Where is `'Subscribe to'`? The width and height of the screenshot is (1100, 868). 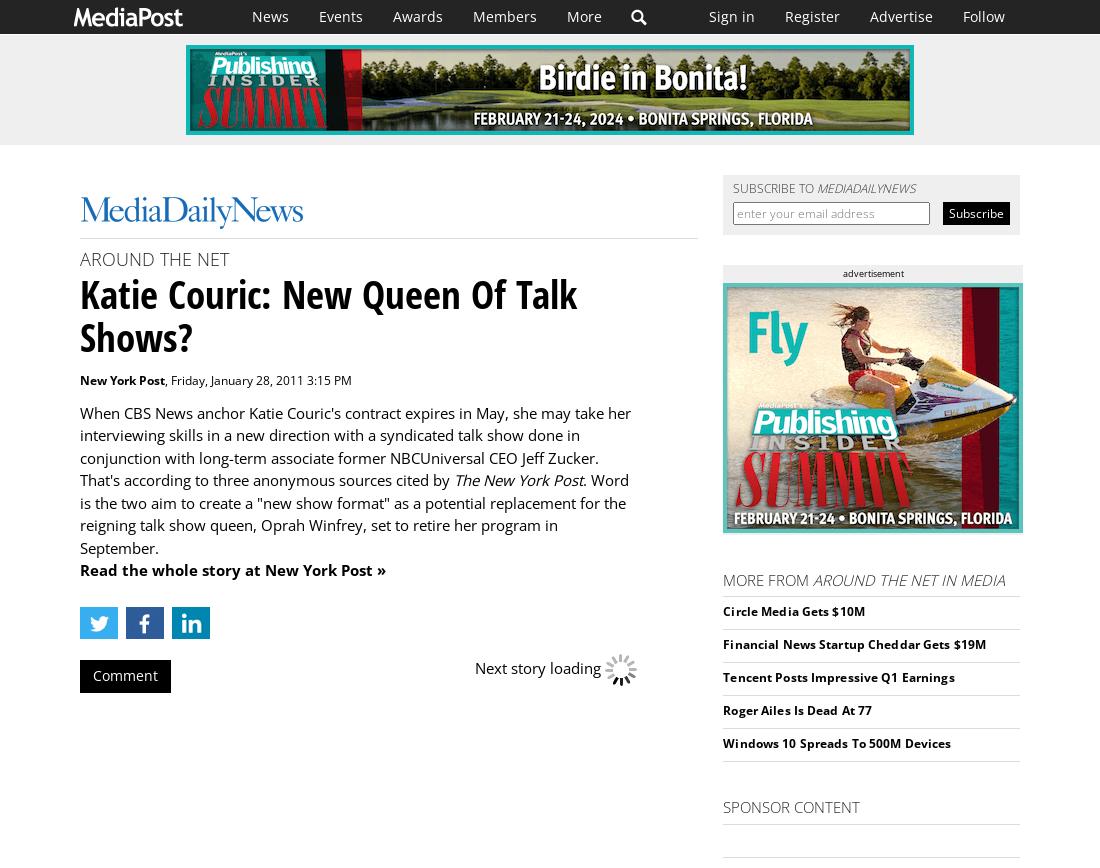
'Subscribe to' is located at coordinates (732, 188).